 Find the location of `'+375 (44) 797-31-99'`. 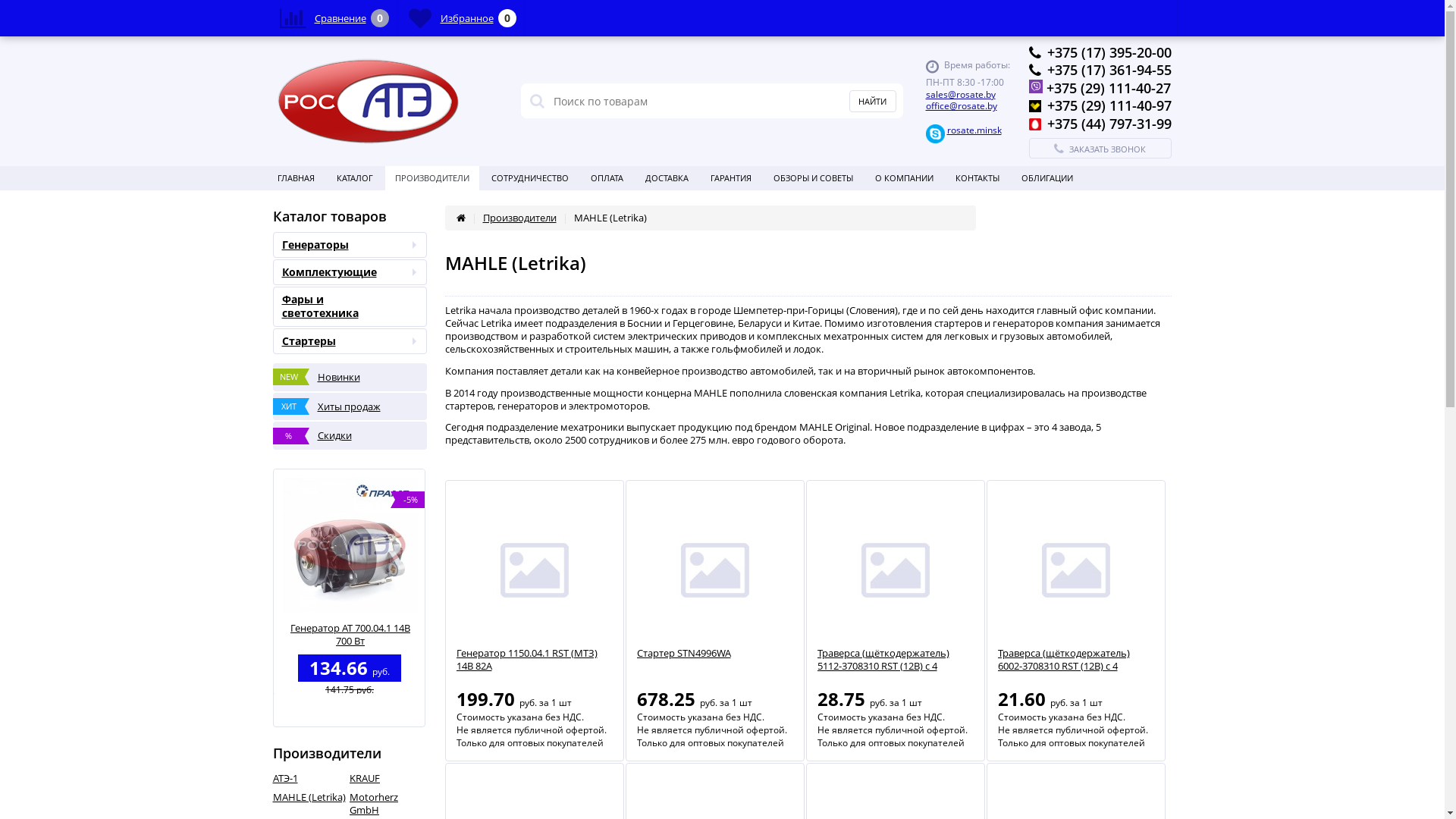

'+375 (44) 797-31-99' is located at coordinates (1109, 122).